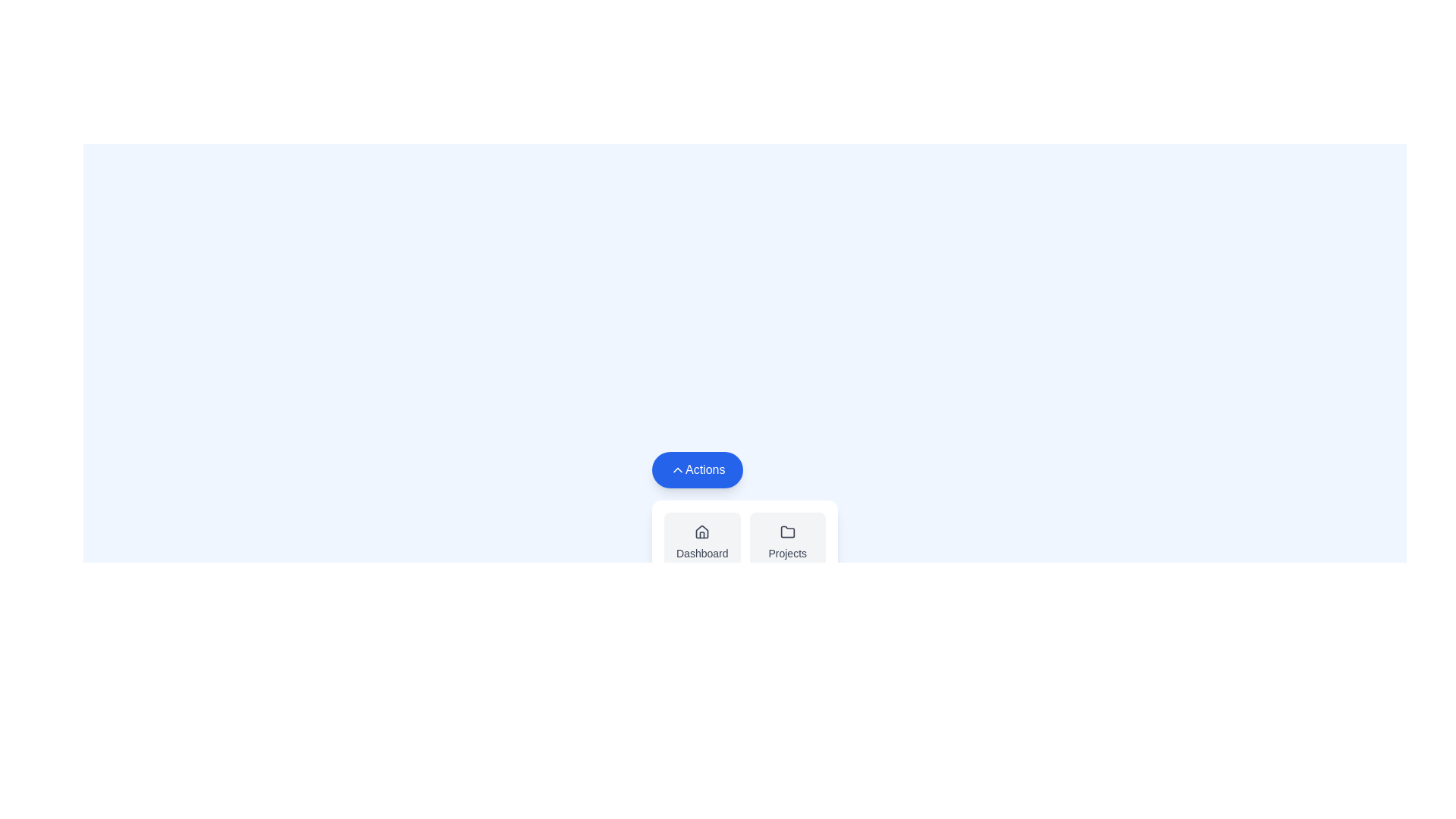 This screenshot has width=1456, height=819. What do you see at coordinates (787, 542) in the screenshot?
I see `the Projects option to observe its hover effect` at bounding box center [787, 542].